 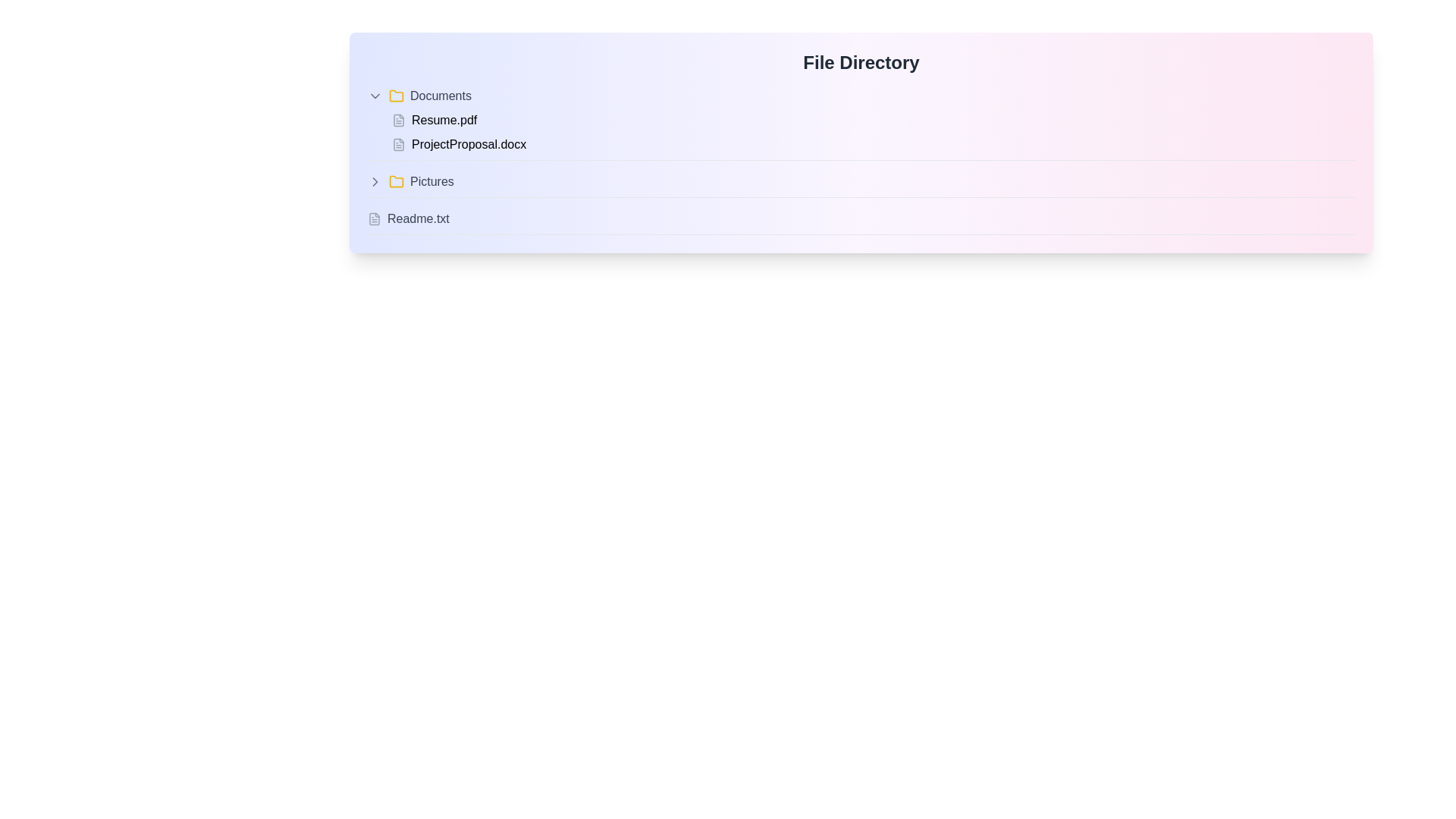 I want to click on the small right-pointing chevron icon located before the 'Pictures' text, so click(x=375, y=180).